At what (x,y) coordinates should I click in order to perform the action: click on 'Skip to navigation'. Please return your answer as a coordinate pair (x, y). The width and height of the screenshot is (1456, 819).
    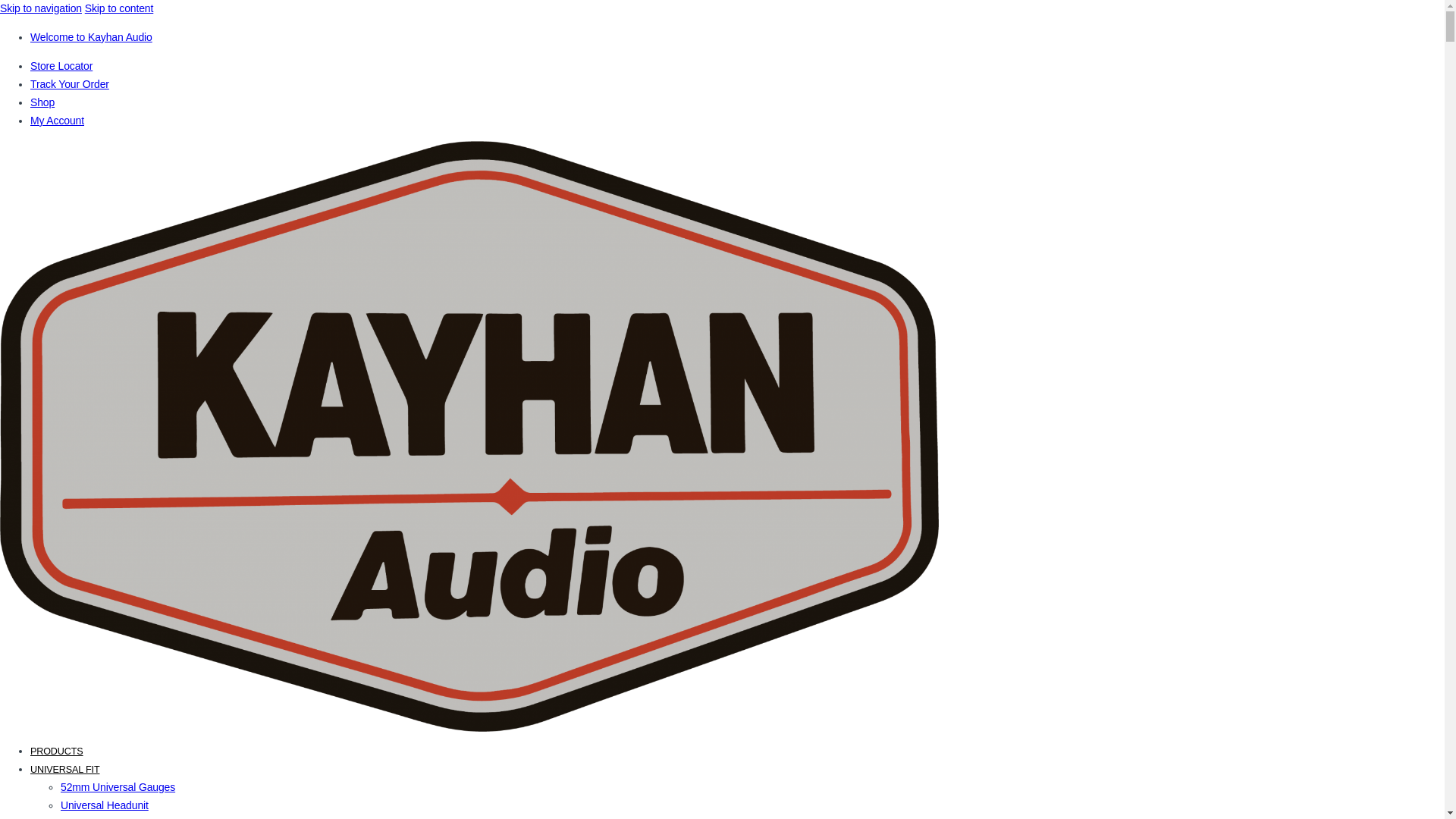
    Looking at the image, I should click on (40, 8).